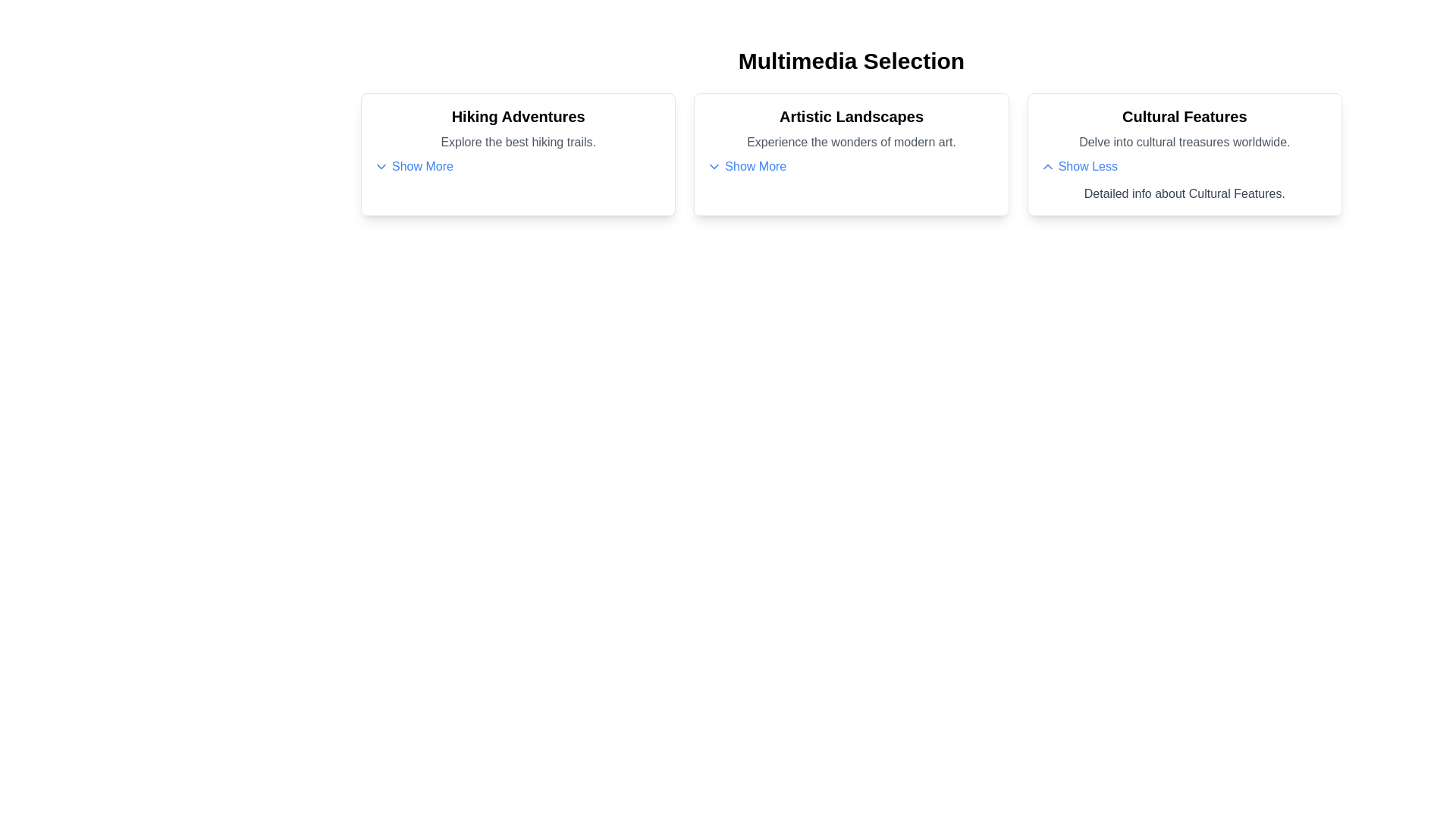 Image resolution: width=1456 pixels, height=819 pixels. What do you see at coordinates (518, 116) in the screenshot?
I see `the text content of the card titled Hiking Adventures` at bounding box center [518, 116].